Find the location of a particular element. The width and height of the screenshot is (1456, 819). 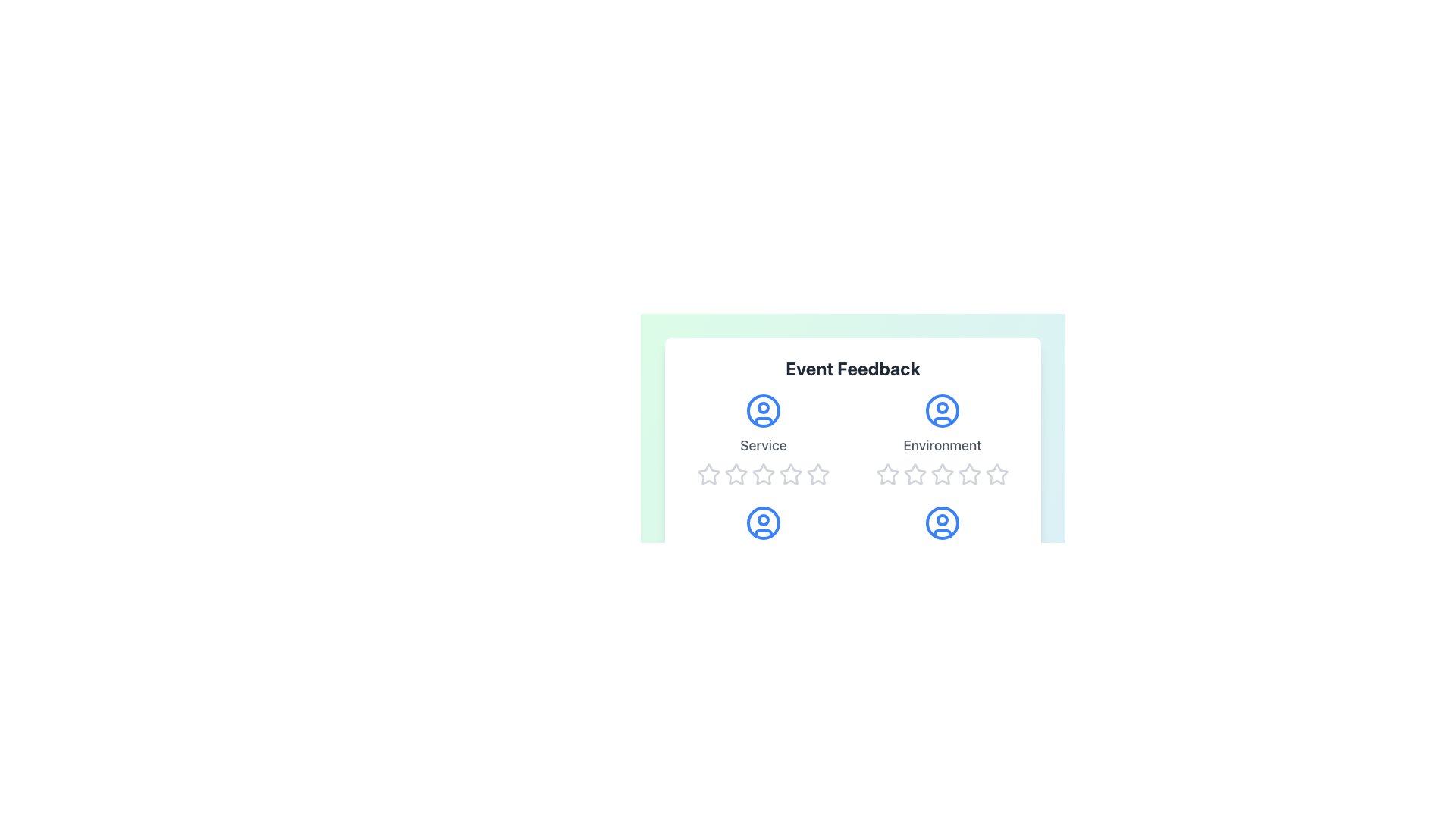

the Feedback Rating Component located at the upper right of its section is located at coordinates (942, 439).